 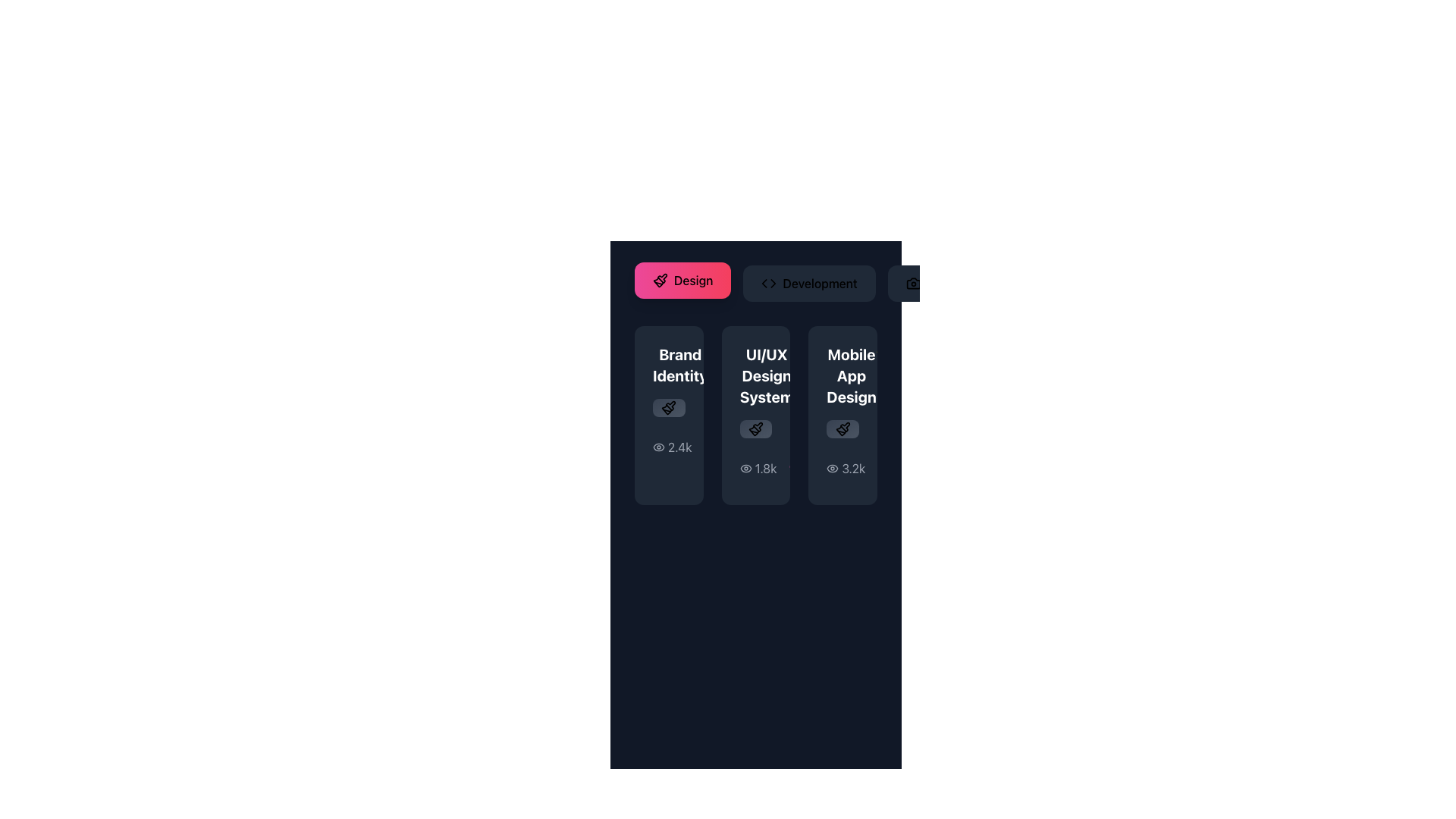 What do you see at coordinates (842, 429) in the screenshot?
I see `the paintbrush icon representing design functionalities located in the third segment of the 'Mobile App Design' cards, positioned below the title text and above the '3.2k' caption` at bounding box center [842, 429].